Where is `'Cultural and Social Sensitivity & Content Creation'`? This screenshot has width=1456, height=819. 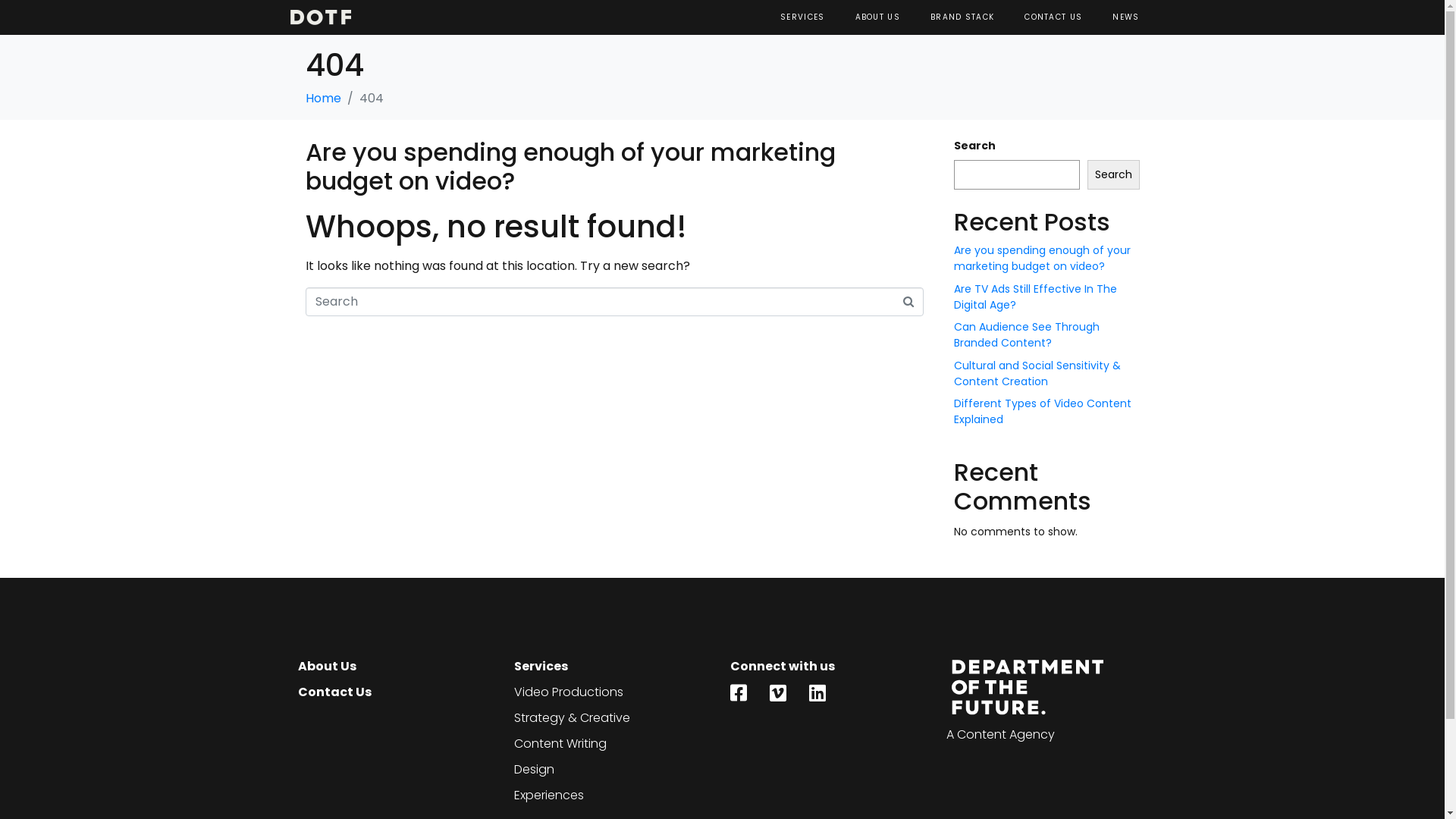 'Cultural and Social Sensitivity & Content Creation' is located at coordinates (952, 373).